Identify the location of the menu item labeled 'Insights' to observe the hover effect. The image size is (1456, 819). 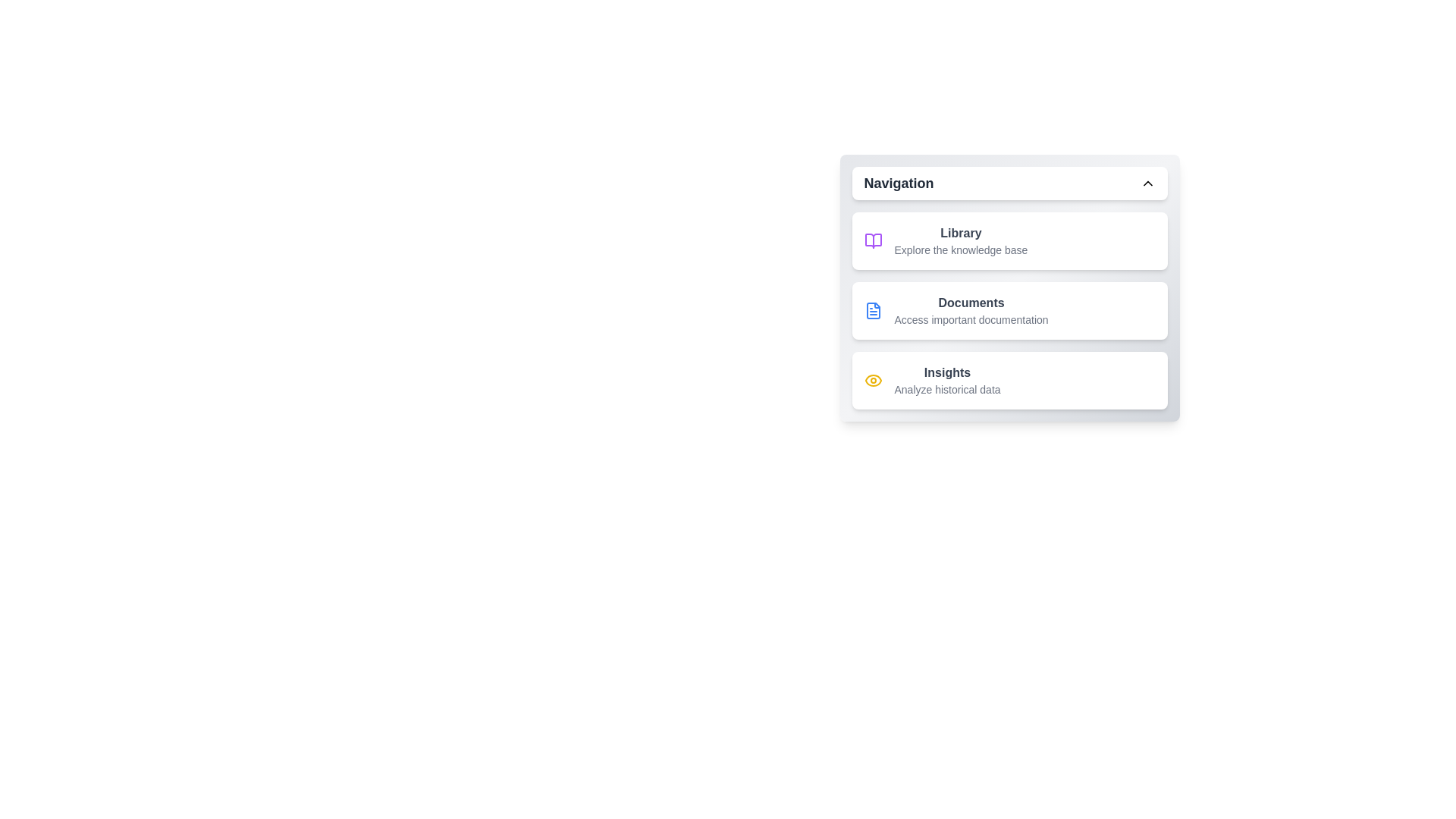
(1009, 379).